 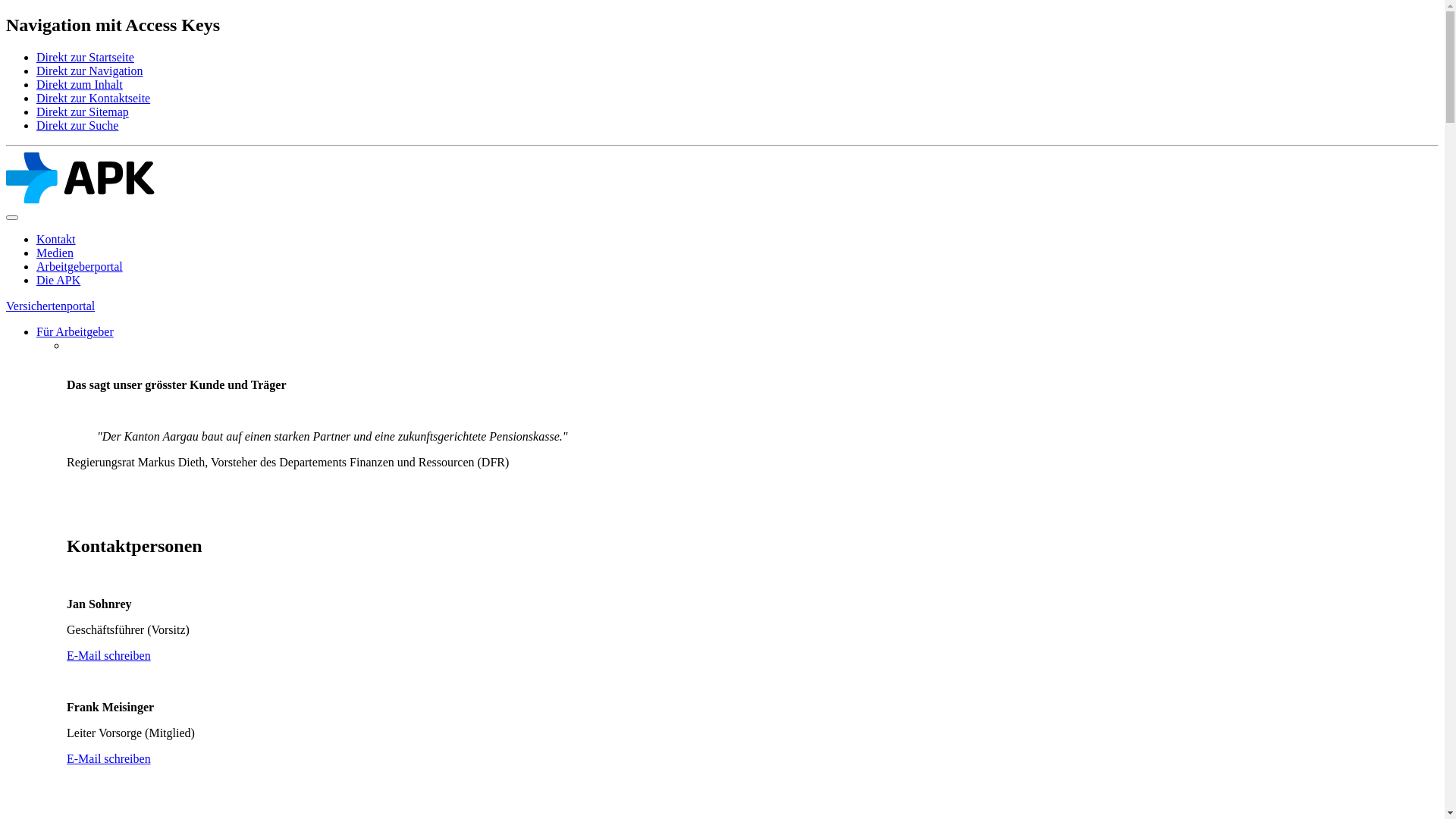 What do you see at coordinates (36, 84) in the screenshot?
I see `'Direkt zum Inhalt'` at bounding box center [36, 84].